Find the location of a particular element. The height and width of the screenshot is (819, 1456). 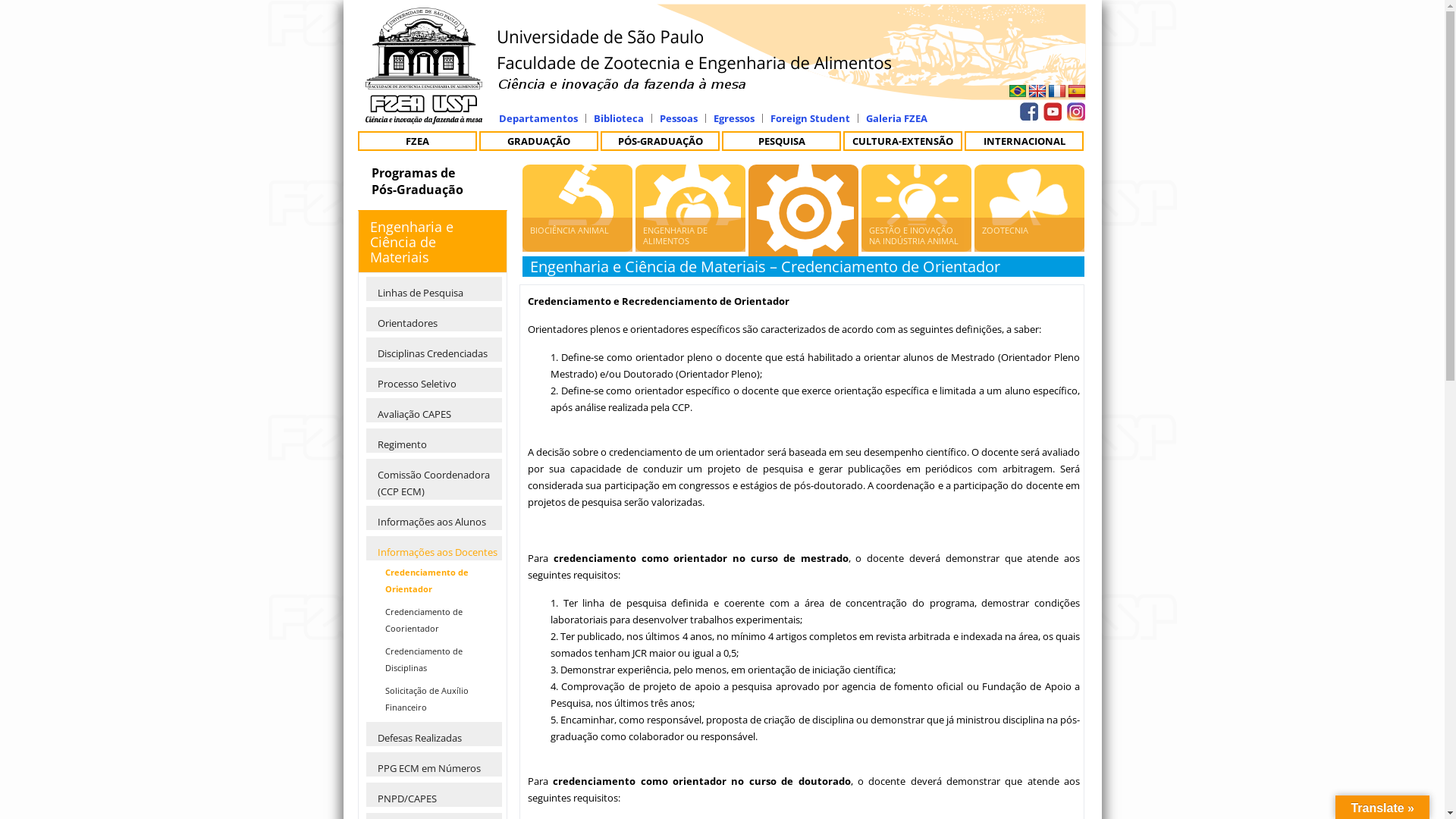

'Egressos' is located at coordinates (712, 116).